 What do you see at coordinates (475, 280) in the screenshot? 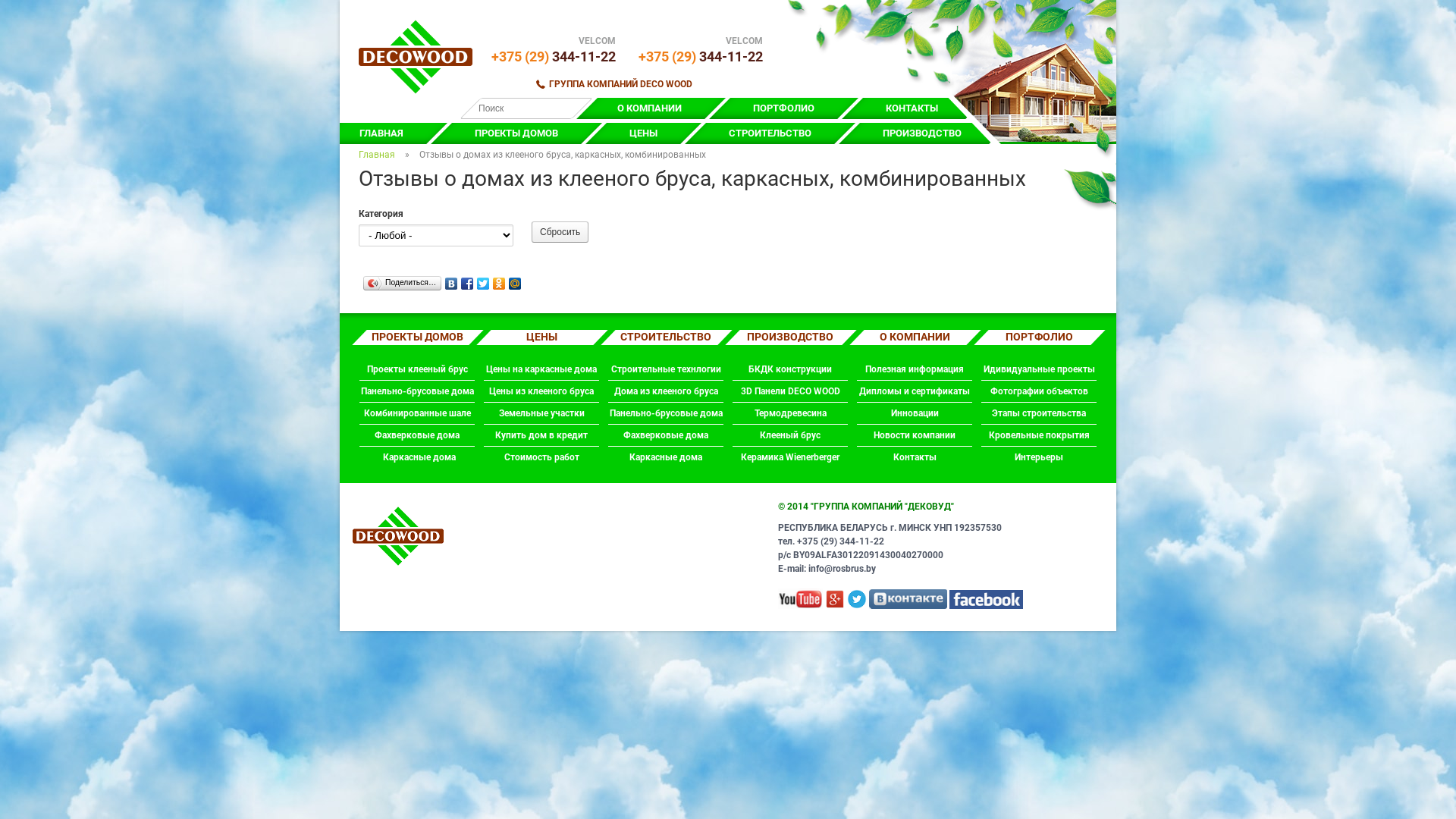
I see `'Twitter'` at bounding box center [475, 280].